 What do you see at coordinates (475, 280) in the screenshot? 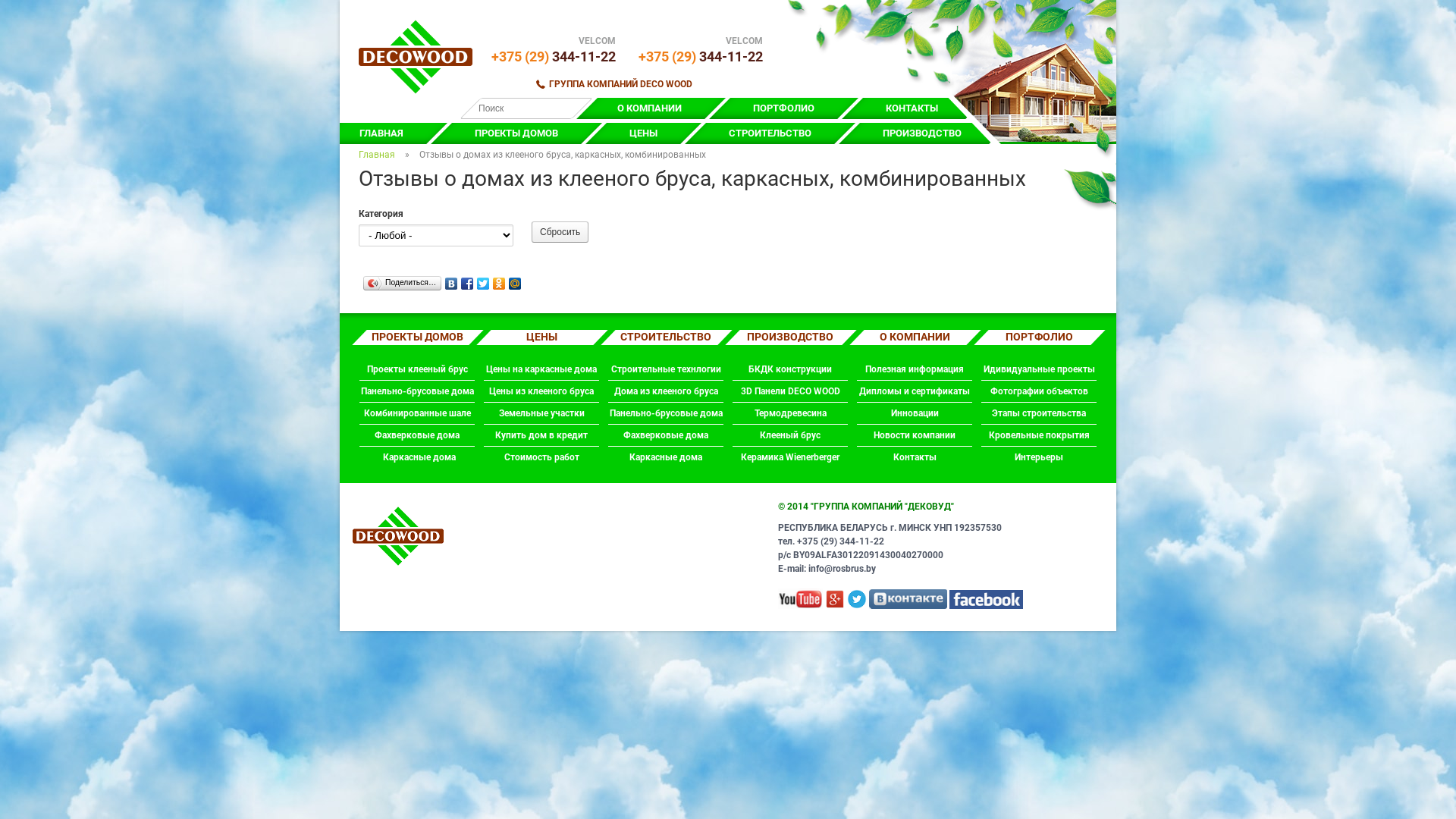
I see `'Twitter'` at bounding box center [475, 280].